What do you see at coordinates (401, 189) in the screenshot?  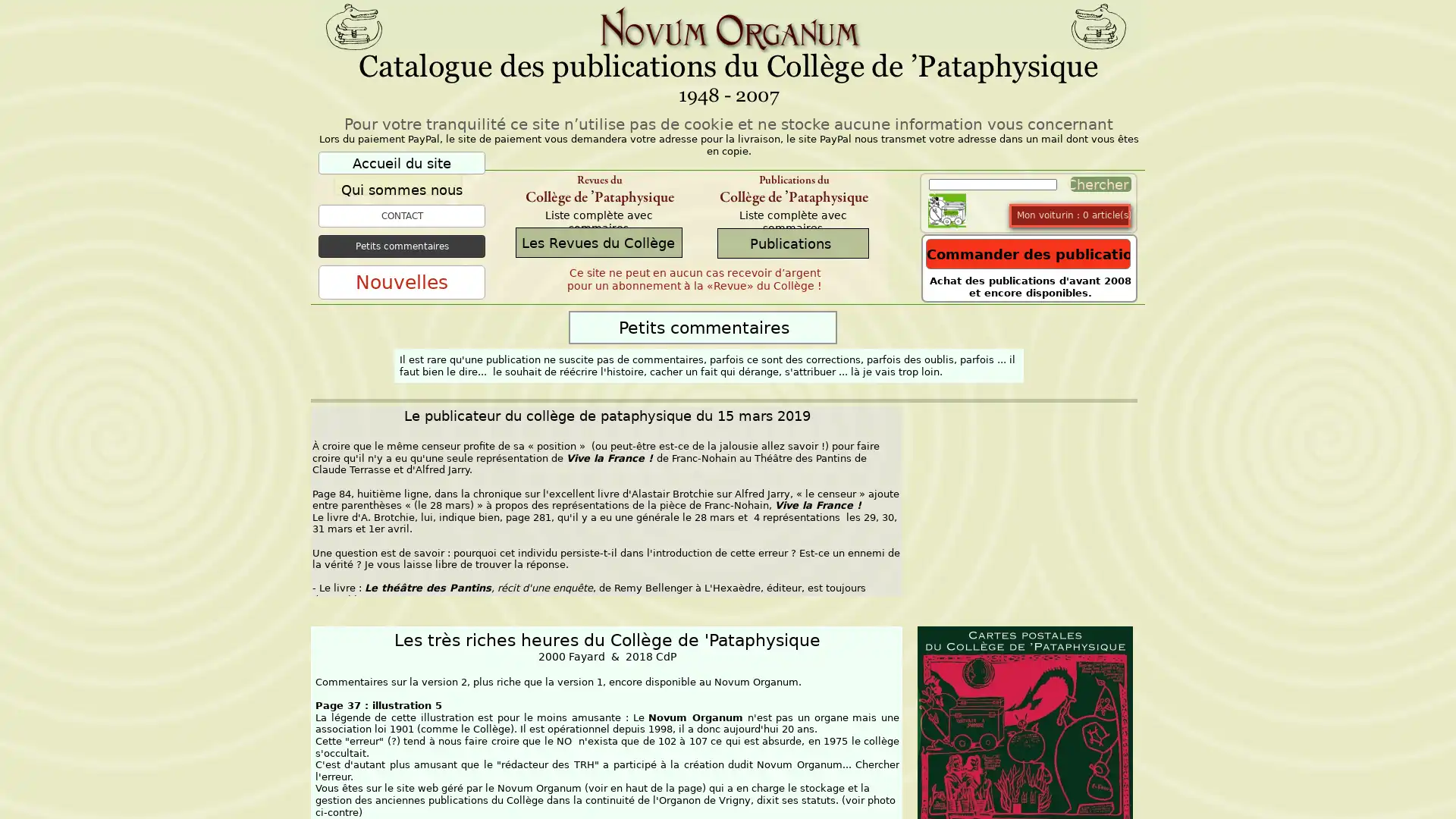 I see `Qui sommes nous` at bounding box center [401, 189].